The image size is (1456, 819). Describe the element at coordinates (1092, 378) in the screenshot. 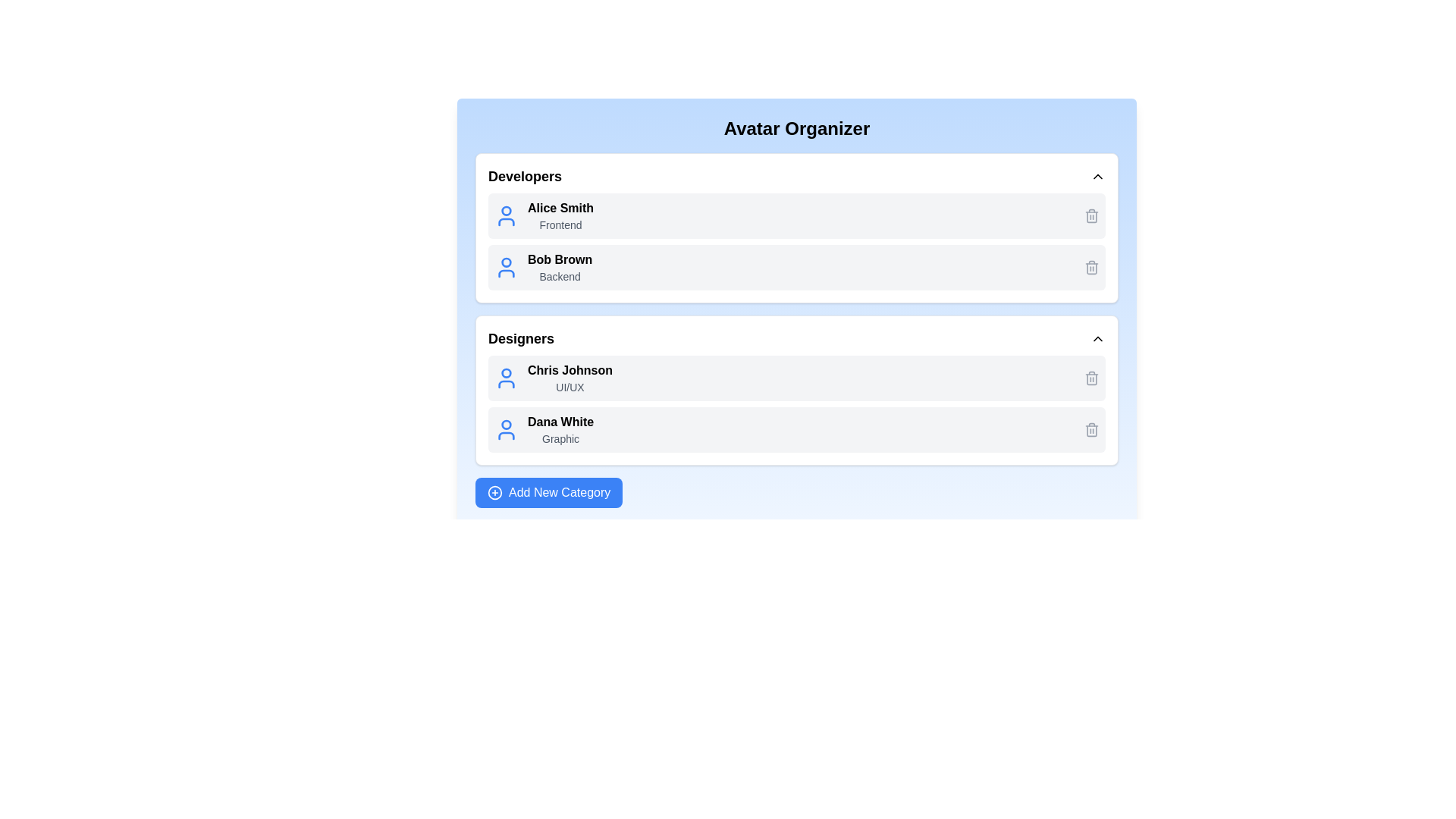

I see `the trash icon element associated with the entry 'Dana White' under the category 'Designers'` at that location.